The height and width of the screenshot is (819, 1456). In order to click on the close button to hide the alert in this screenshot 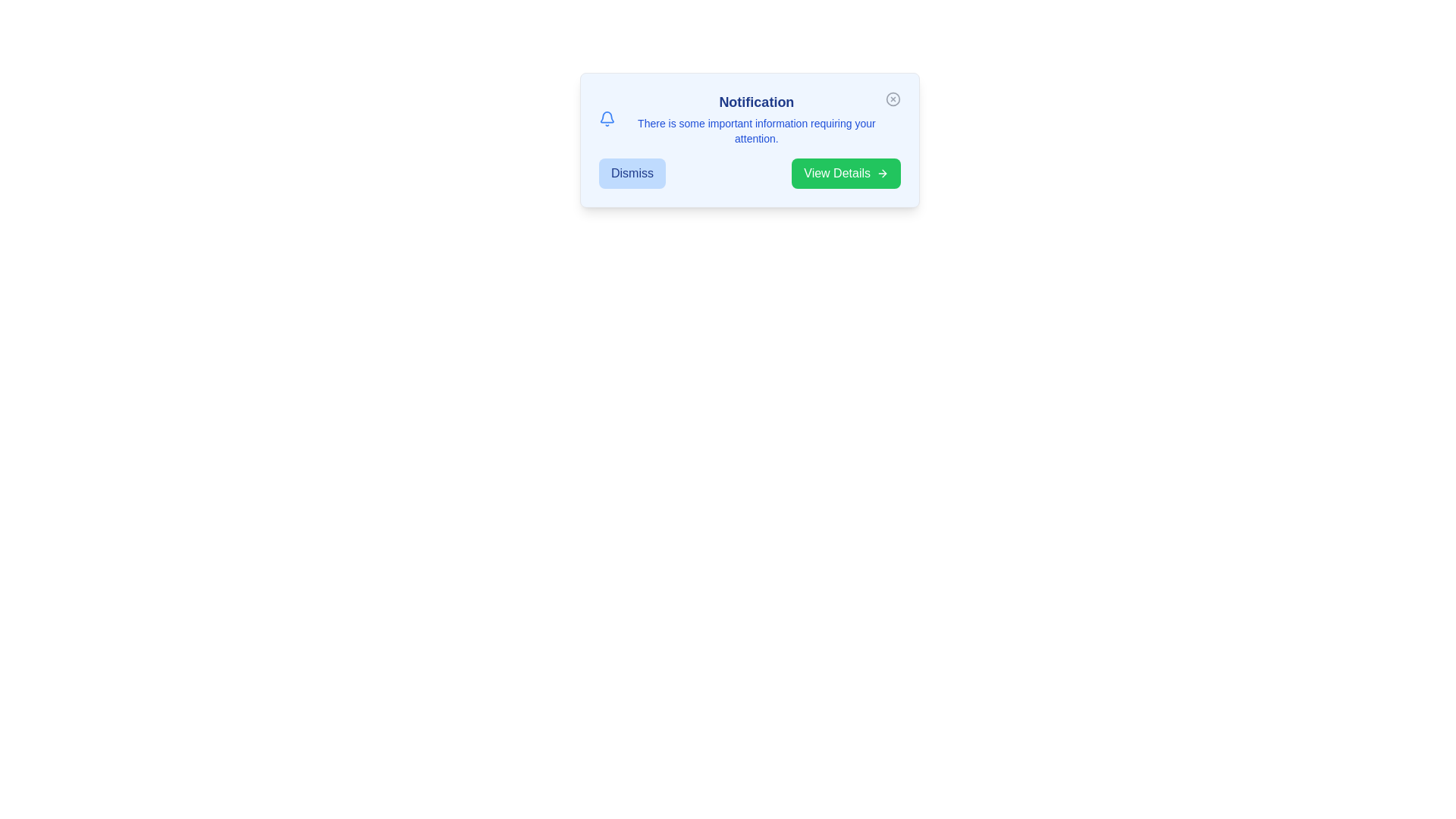, I will do `click(893, 99)`.